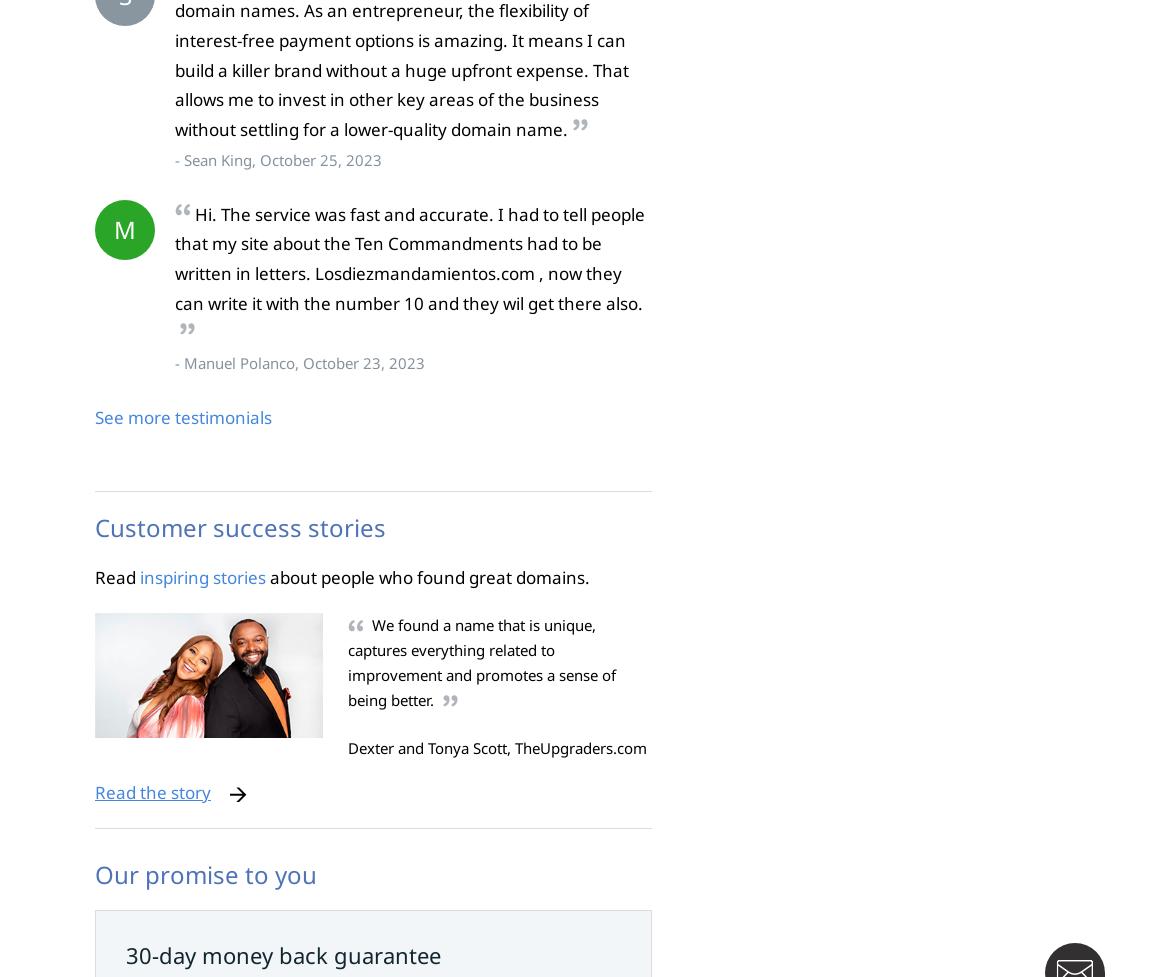 The image size is (1150, 977). What do you see at coordinates (264, 576) in the screenshot?
I see `'about people who found great domains.'` at bounding box center [264, 576].